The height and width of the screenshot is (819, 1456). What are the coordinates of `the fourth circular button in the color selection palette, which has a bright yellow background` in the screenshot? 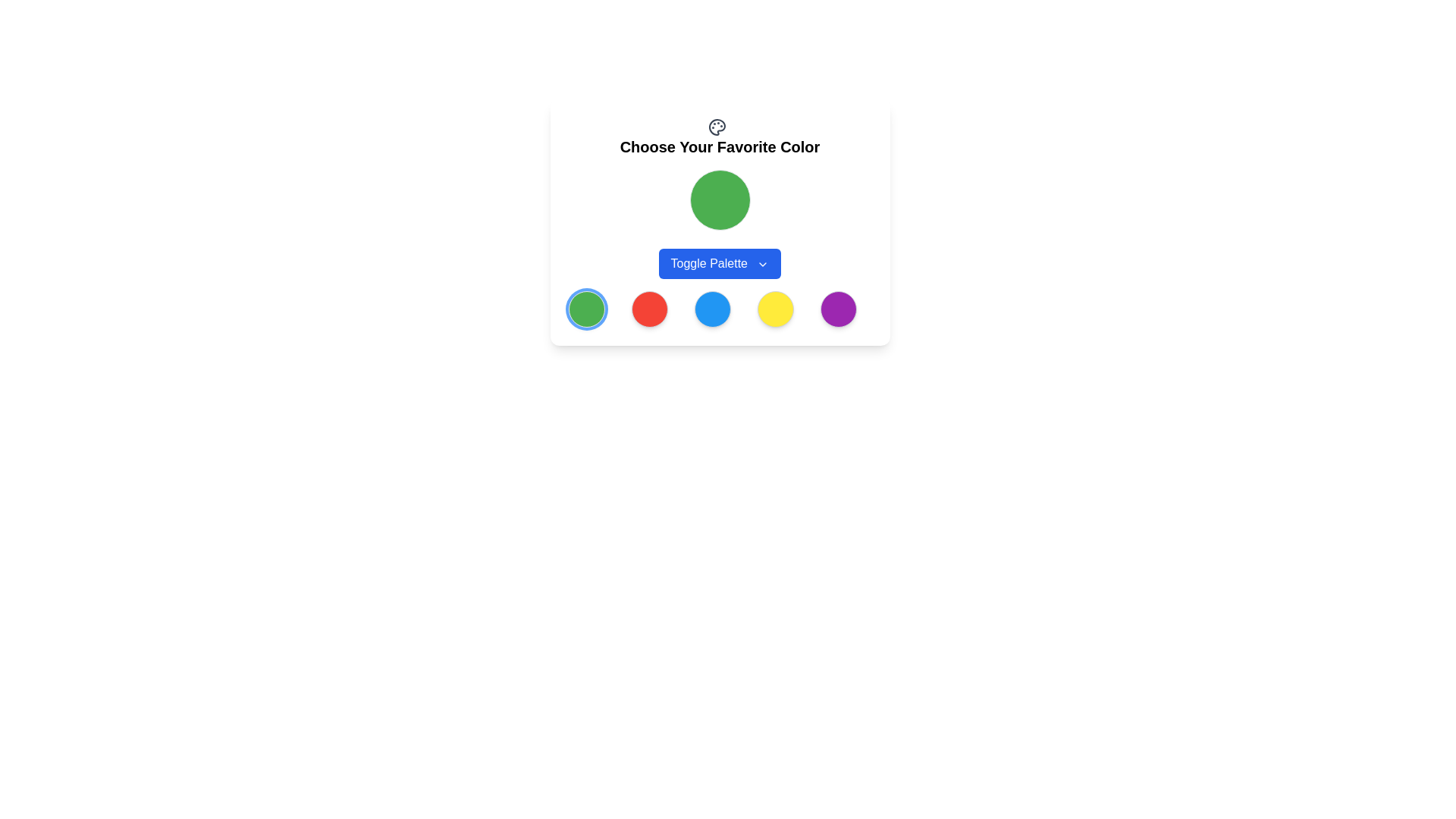 It's located at (776, 308).